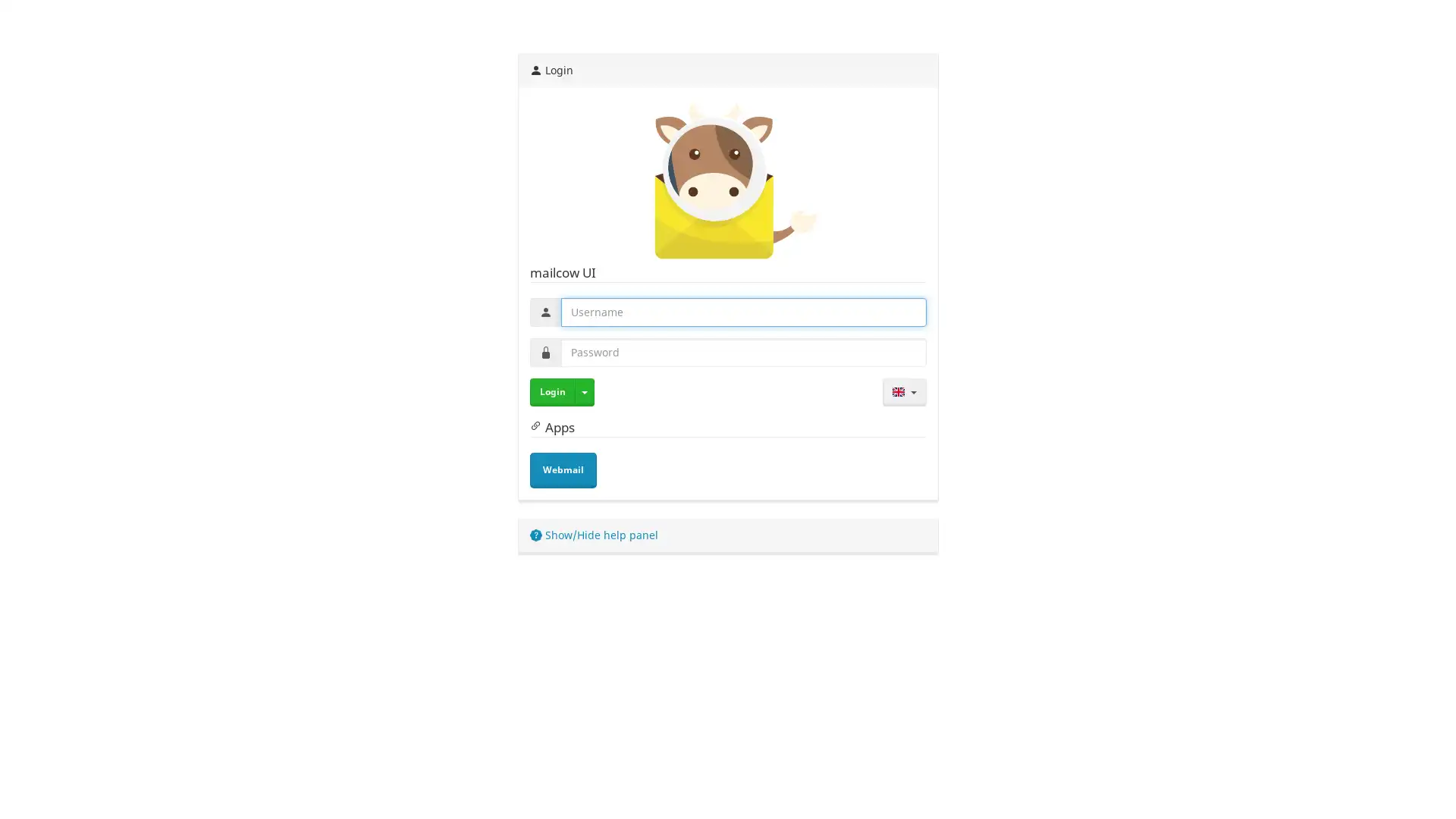 The image size is (1456, 819). I want to click on Login, so click(551, 391).